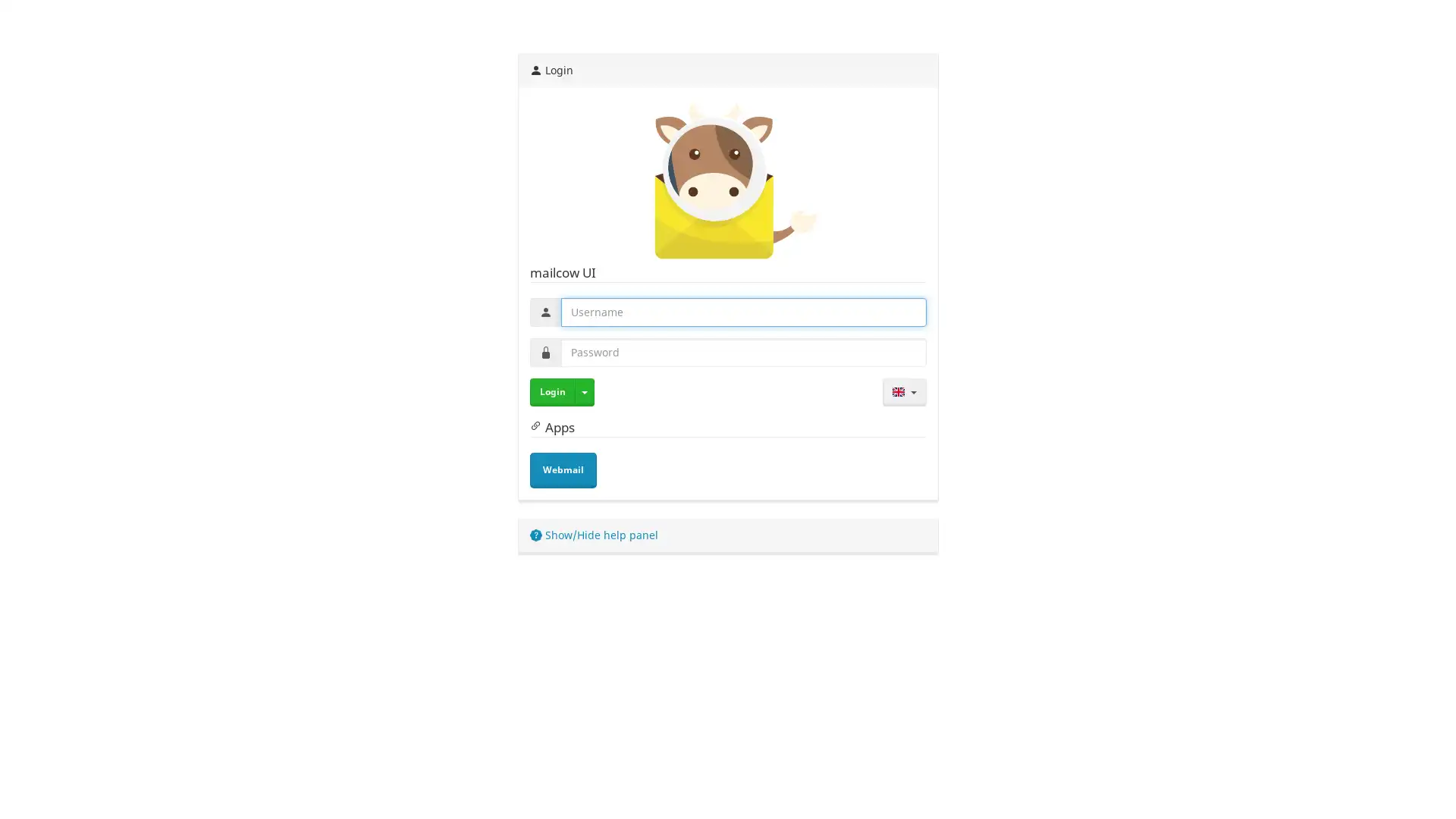 The image size is (1456, 819). I want to click on Login, so click(551, 391).